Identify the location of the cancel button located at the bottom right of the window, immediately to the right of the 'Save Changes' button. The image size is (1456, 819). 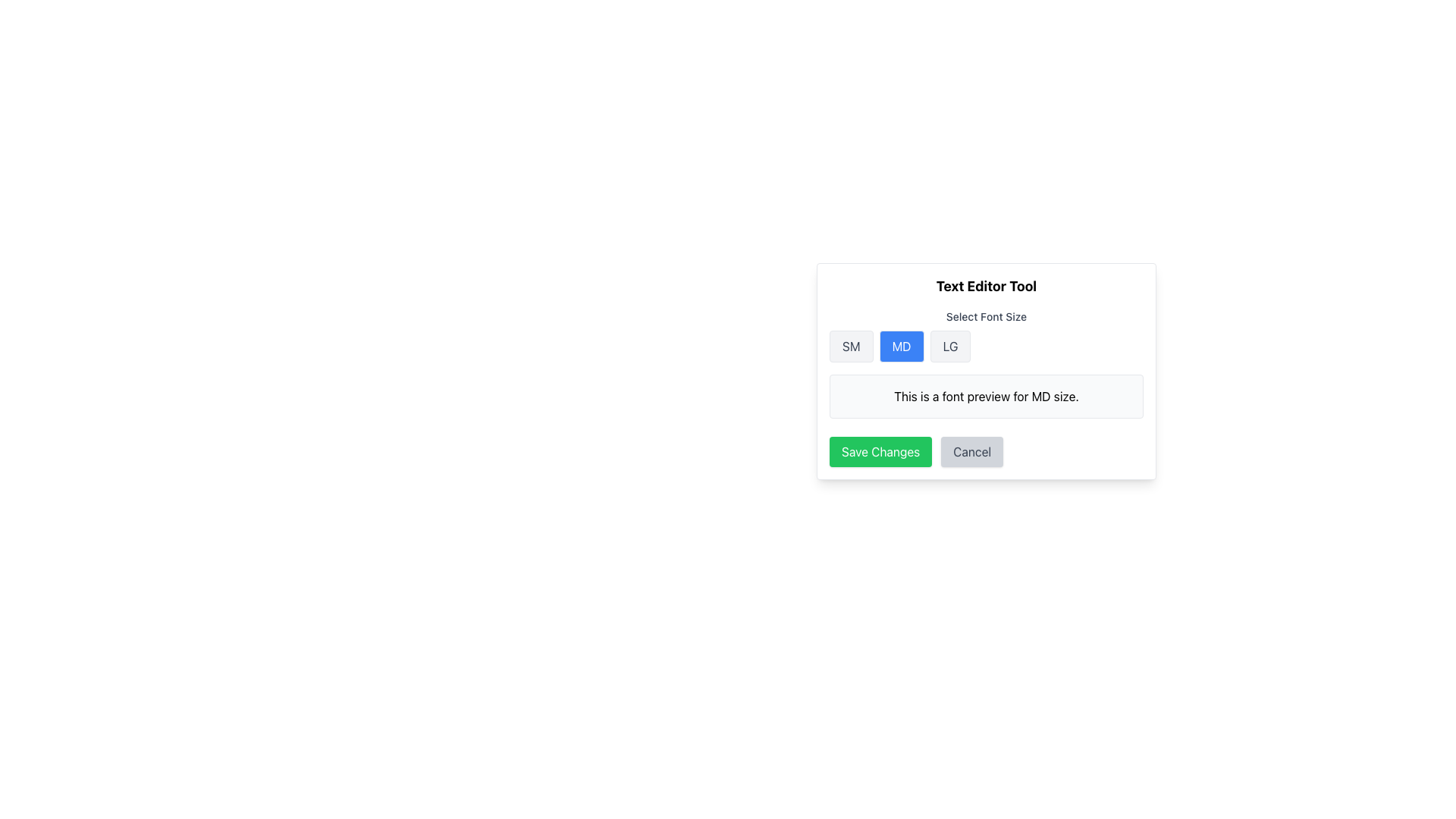
(972, 451).